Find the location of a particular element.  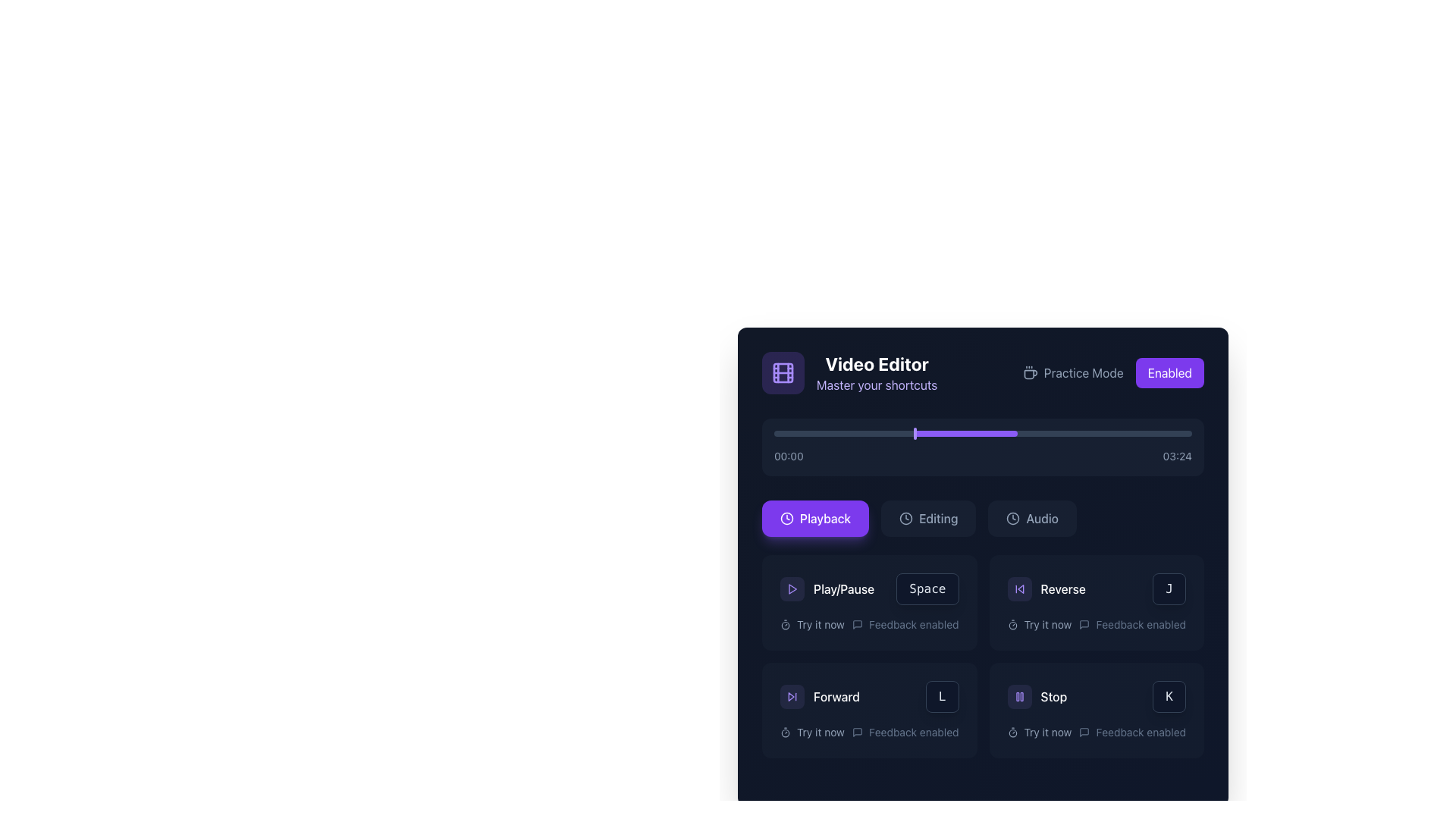

the playback time is located at coordinates (957, 433).